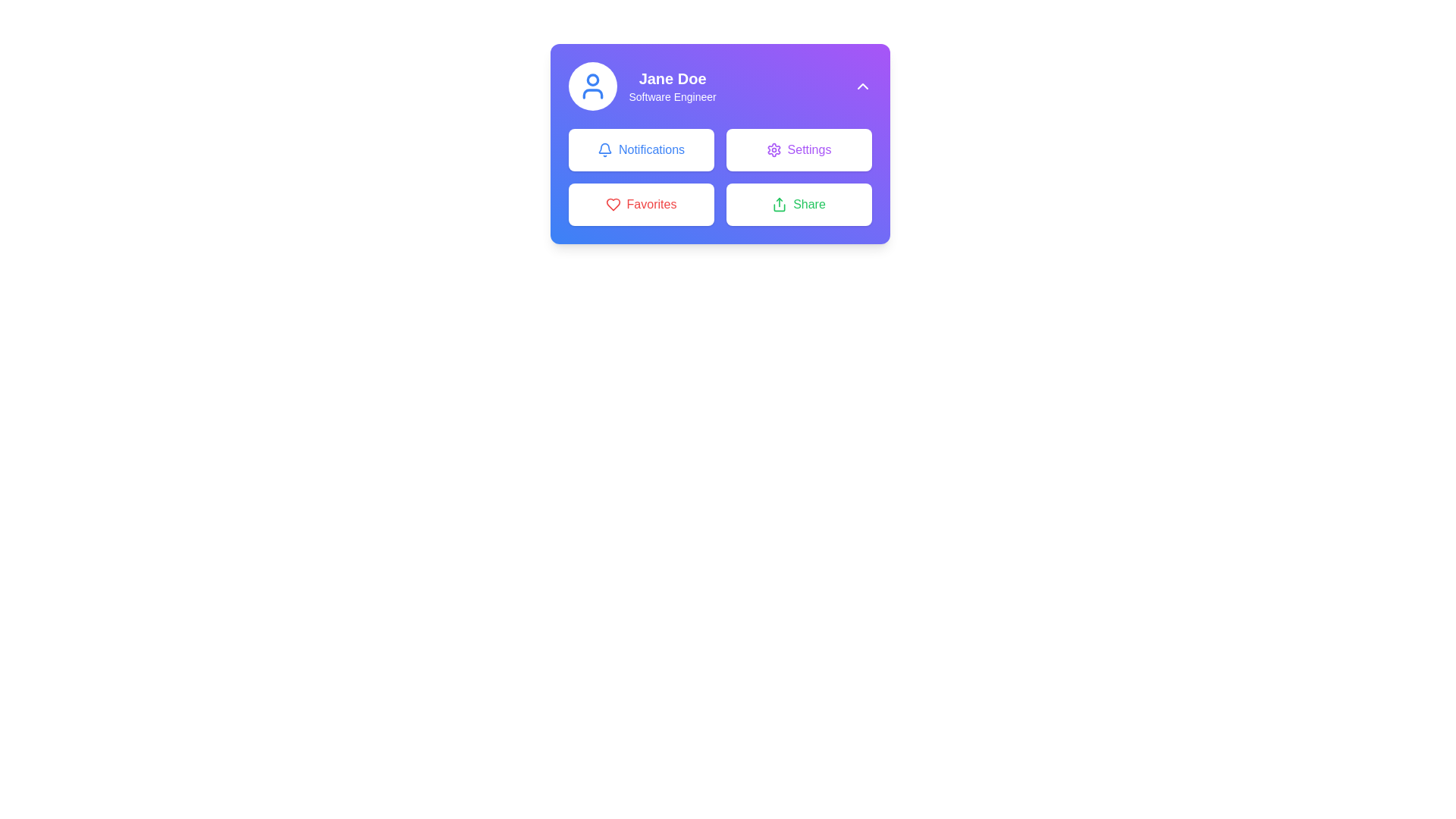 The image size is (1456, 819). Describe the element at coordinates (591, 86) in the screenshot. I see `the user profile icon, which is visually represented with a circular, white background and is positioned adjacent to the name 'Jane Doe' and the title 'Software Engineer'` at that location.